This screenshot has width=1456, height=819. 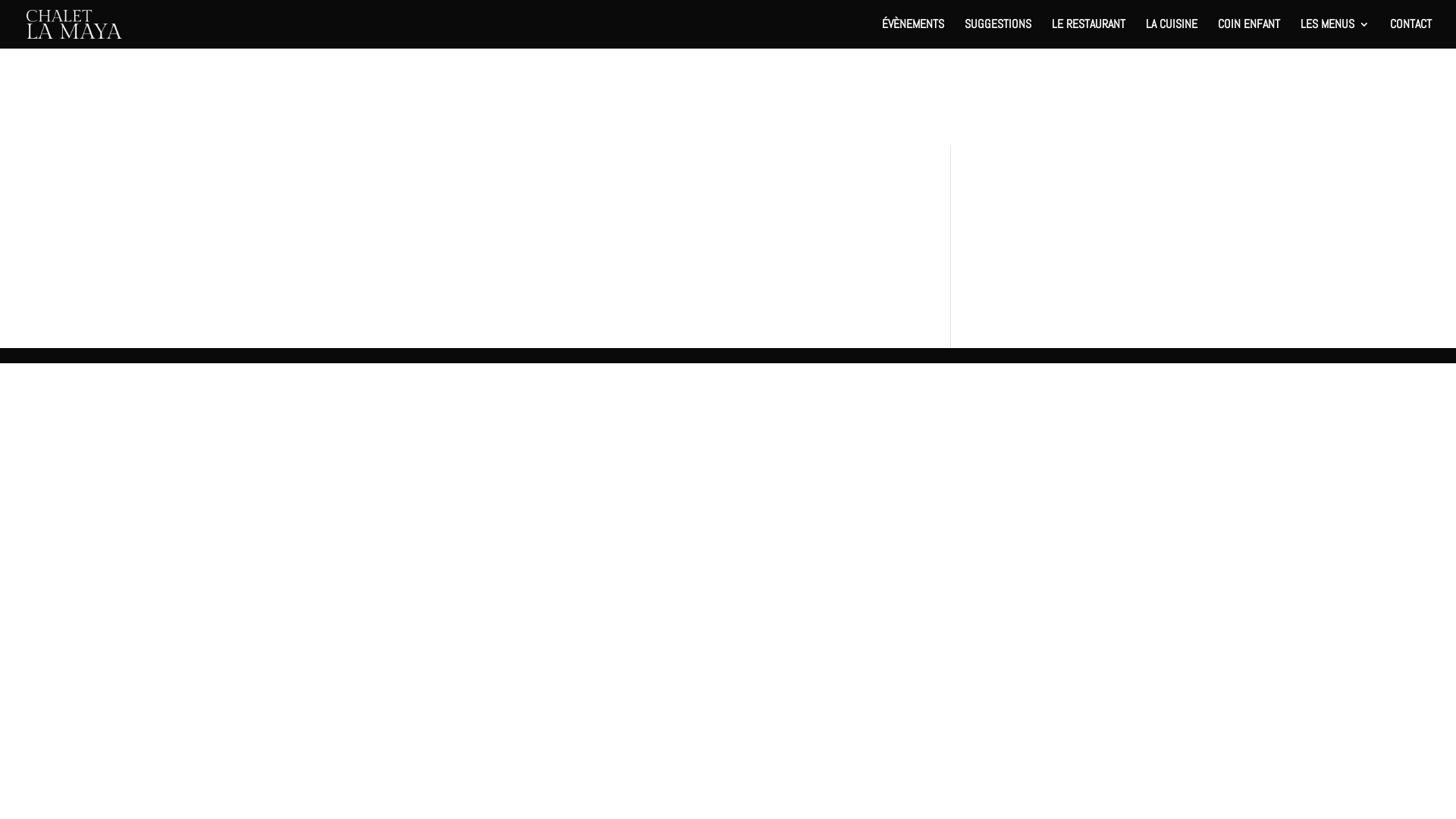 What do you see at coordinates (1248, 33) in the screenshot?
I see `'COIN ENFANT'` at bounding box center [1248, 33].